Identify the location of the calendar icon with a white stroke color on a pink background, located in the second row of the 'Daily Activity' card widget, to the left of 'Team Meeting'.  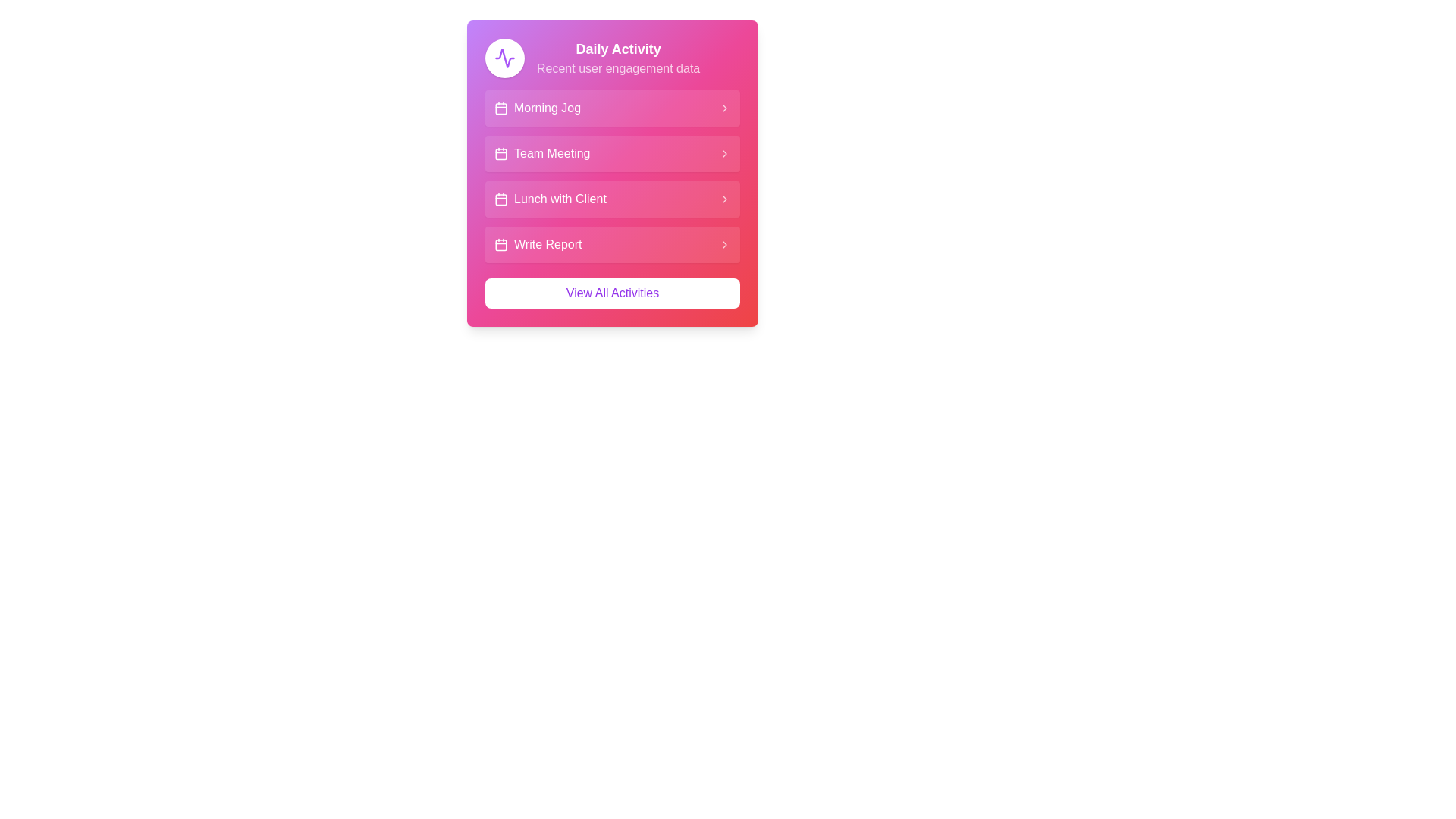
(501, 154).